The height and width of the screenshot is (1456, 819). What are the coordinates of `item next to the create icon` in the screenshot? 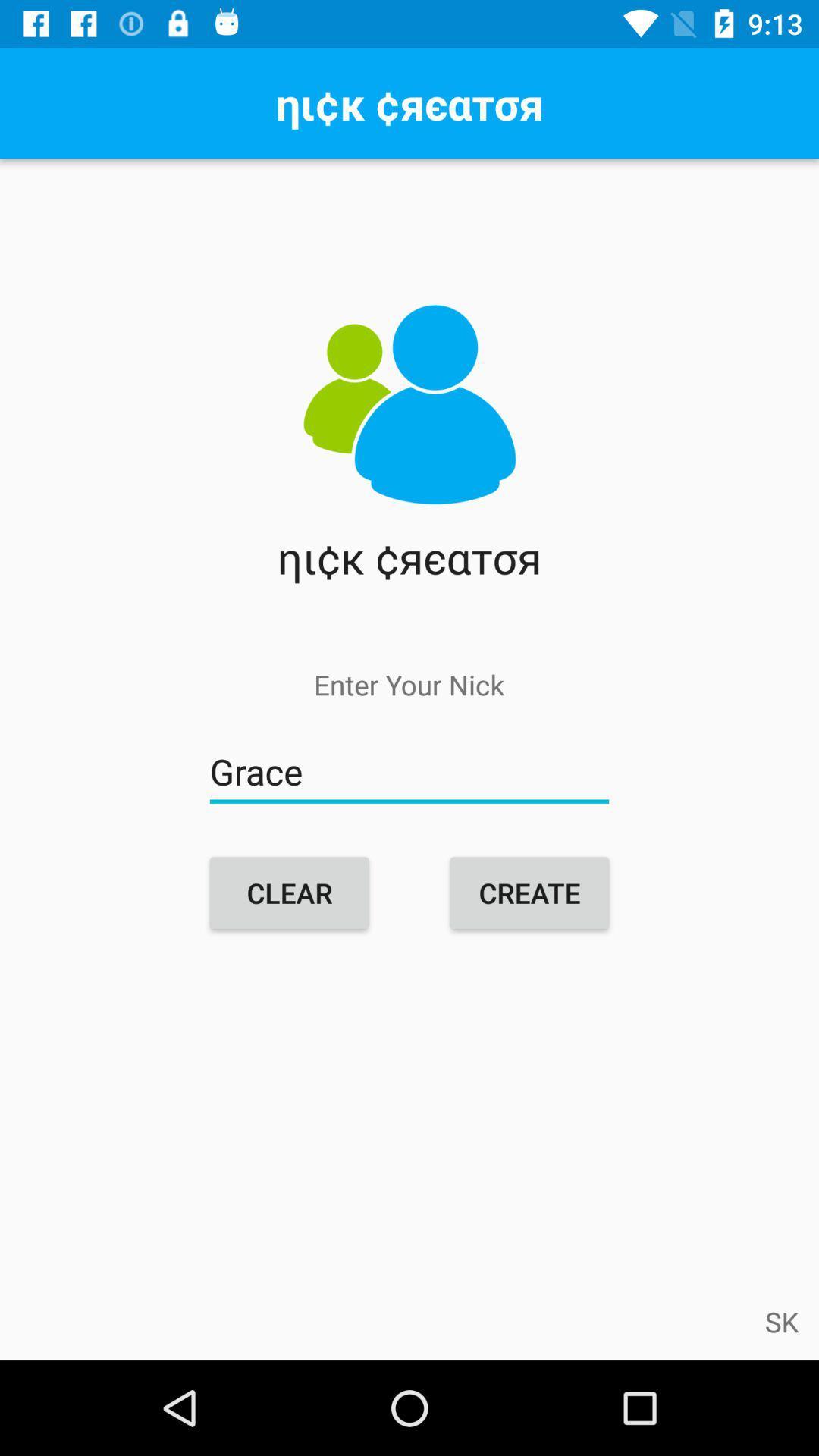 It's located at (289, 893).